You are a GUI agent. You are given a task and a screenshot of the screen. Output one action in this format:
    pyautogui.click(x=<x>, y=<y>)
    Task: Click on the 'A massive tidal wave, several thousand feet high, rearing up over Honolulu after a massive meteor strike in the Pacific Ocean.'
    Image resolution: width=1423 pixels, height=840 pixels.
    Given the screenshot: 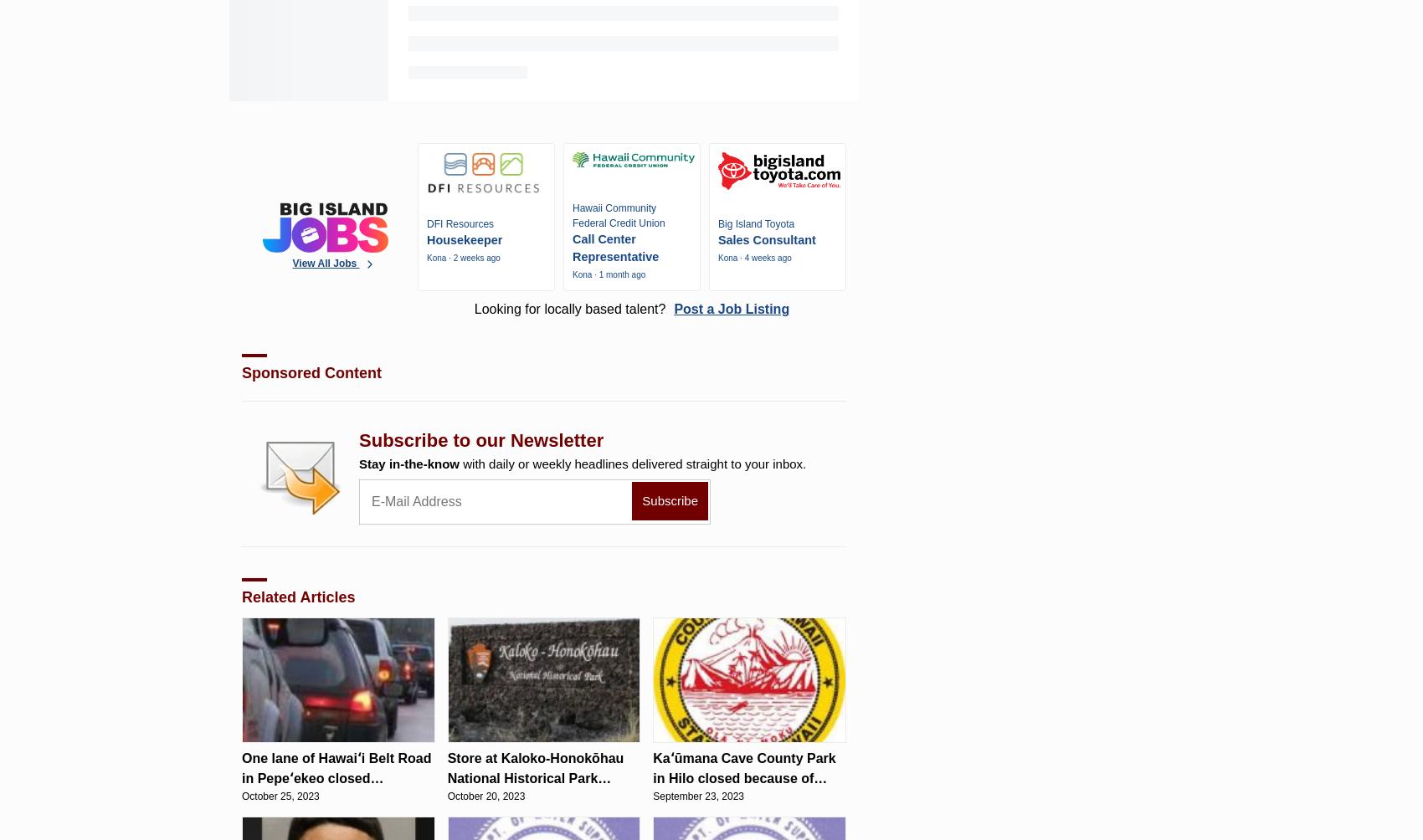 What is the action you would take?
    pyautogui.click(x=527, y=53)
    